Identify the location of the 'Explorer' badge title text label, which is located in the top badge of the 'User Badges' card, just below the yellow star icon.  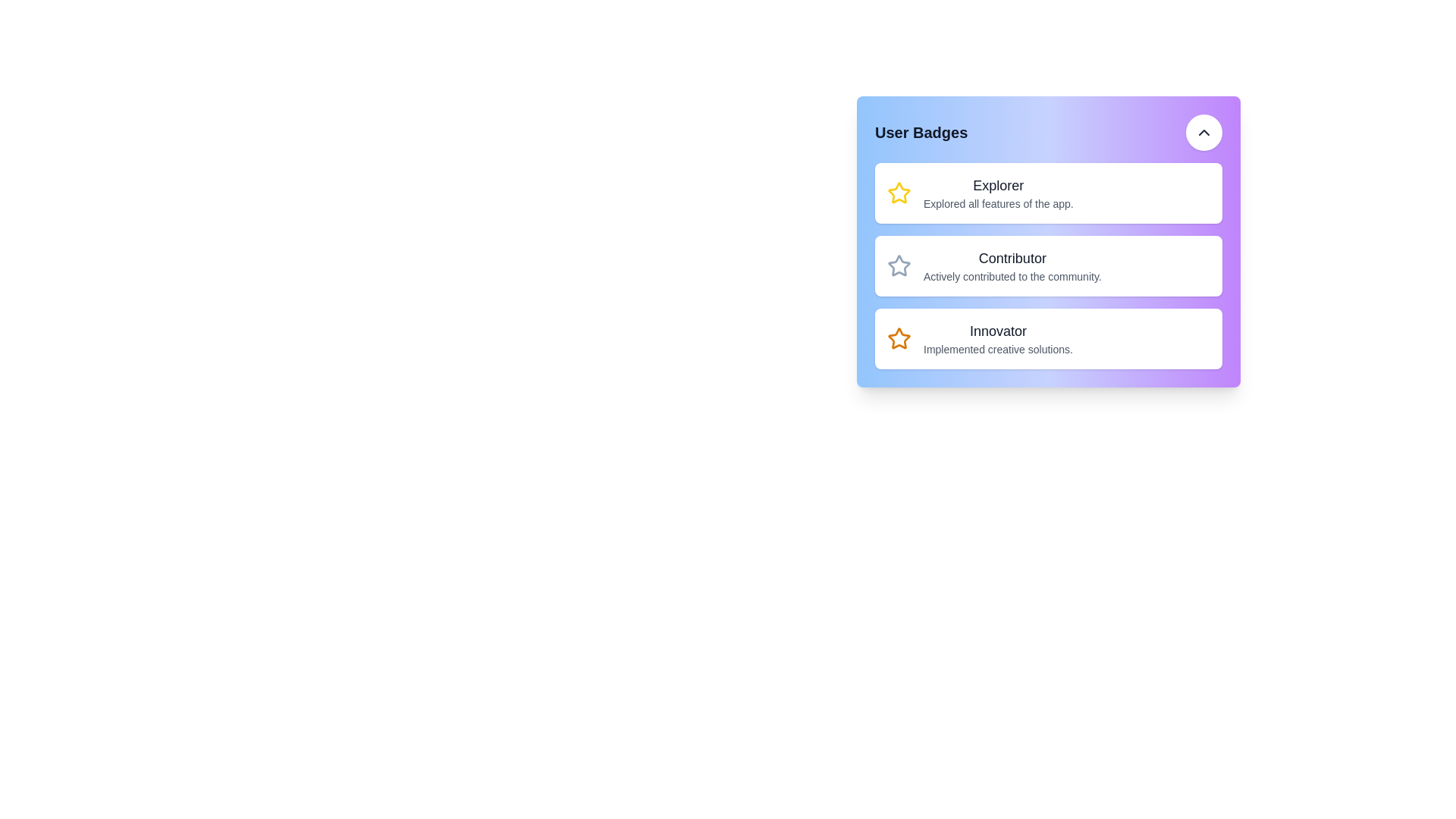
(998, 185).